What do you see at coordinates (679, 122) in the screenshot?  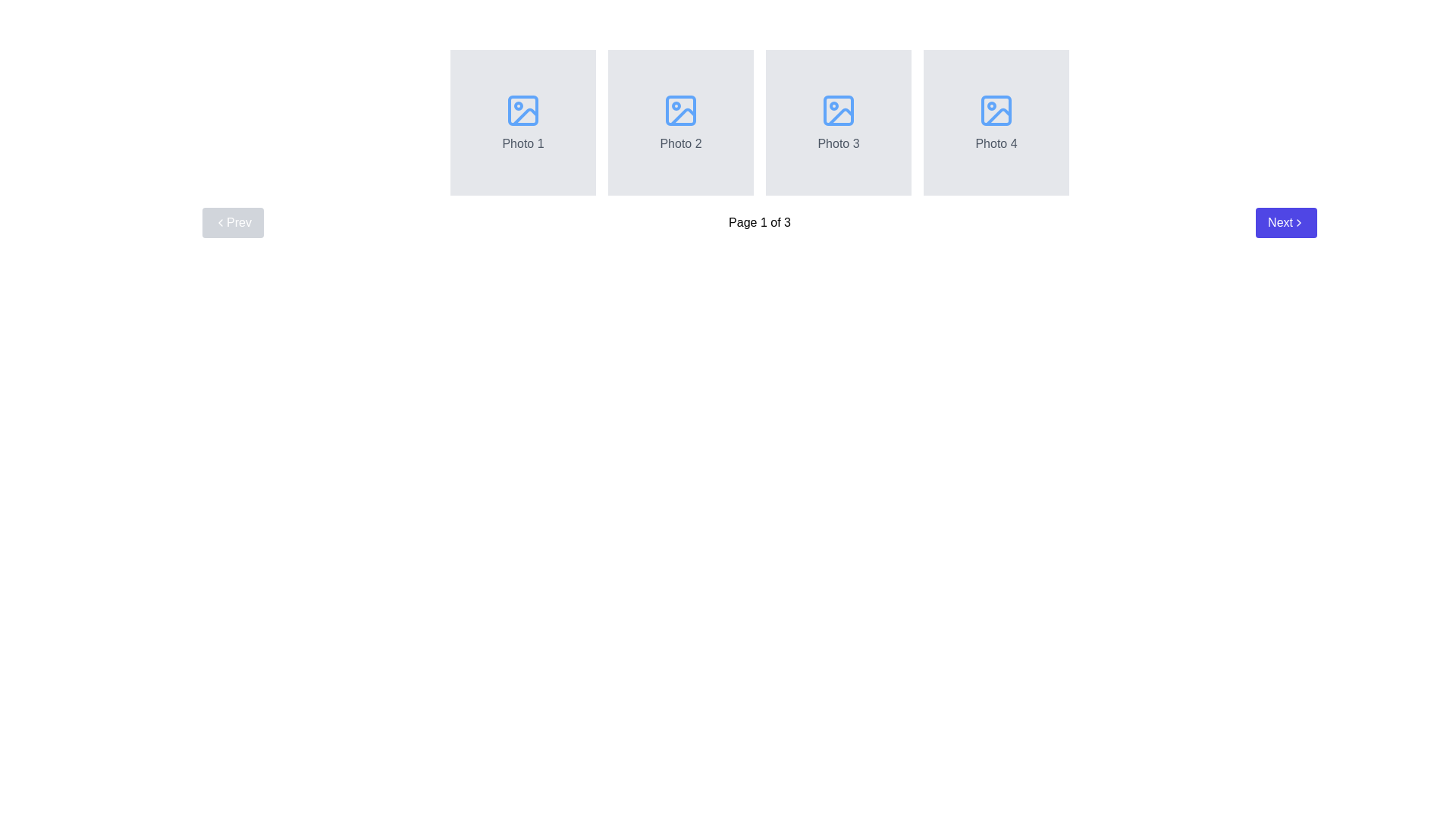 I see `the Gallery item with a light gray background and a blue image icon labeled 'Photo 2'` at bounding box center [679, 122].